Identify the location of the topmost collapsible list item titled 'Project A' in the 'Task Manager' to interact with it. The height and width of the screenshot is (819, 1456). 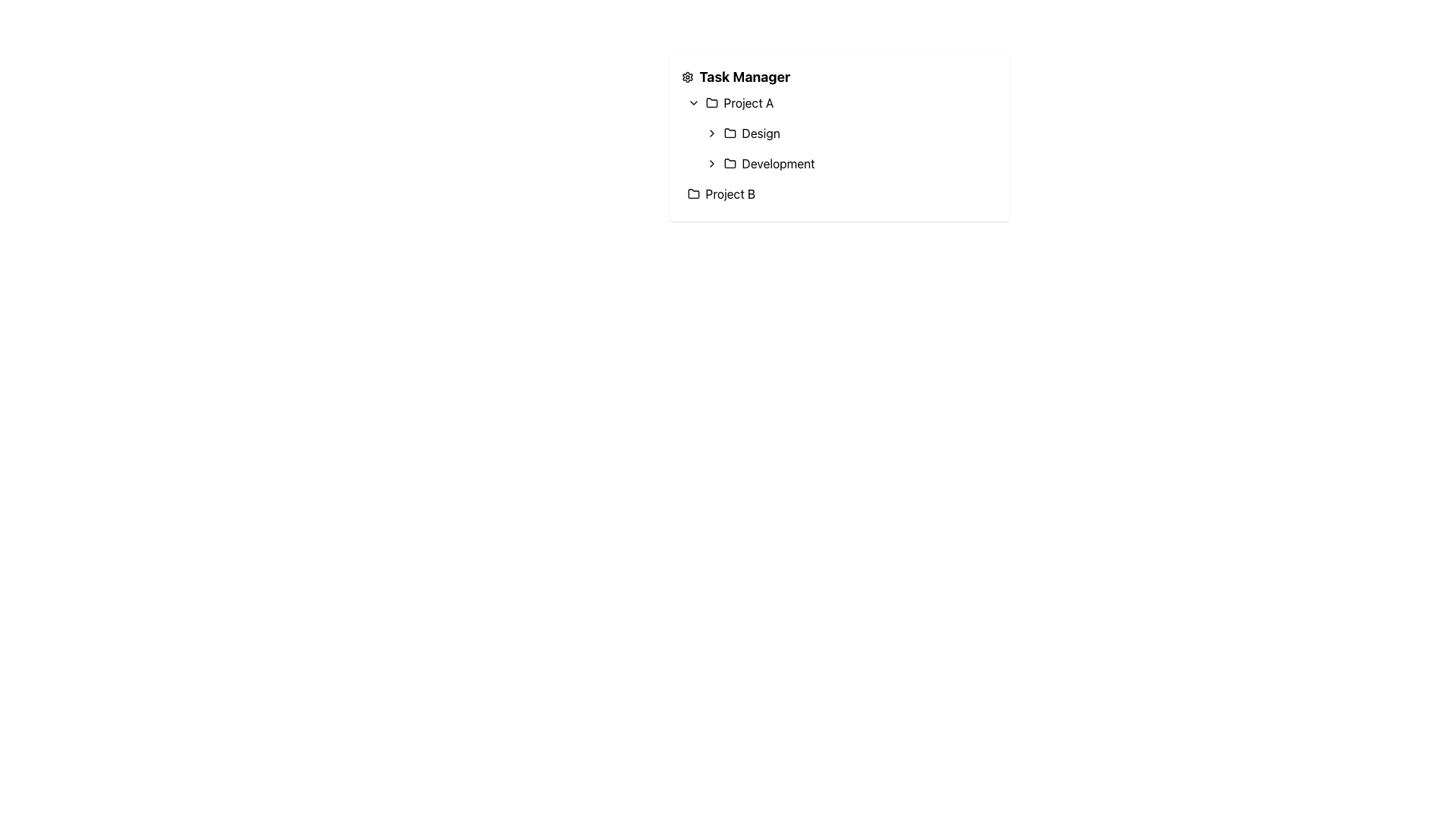
(838, 102).